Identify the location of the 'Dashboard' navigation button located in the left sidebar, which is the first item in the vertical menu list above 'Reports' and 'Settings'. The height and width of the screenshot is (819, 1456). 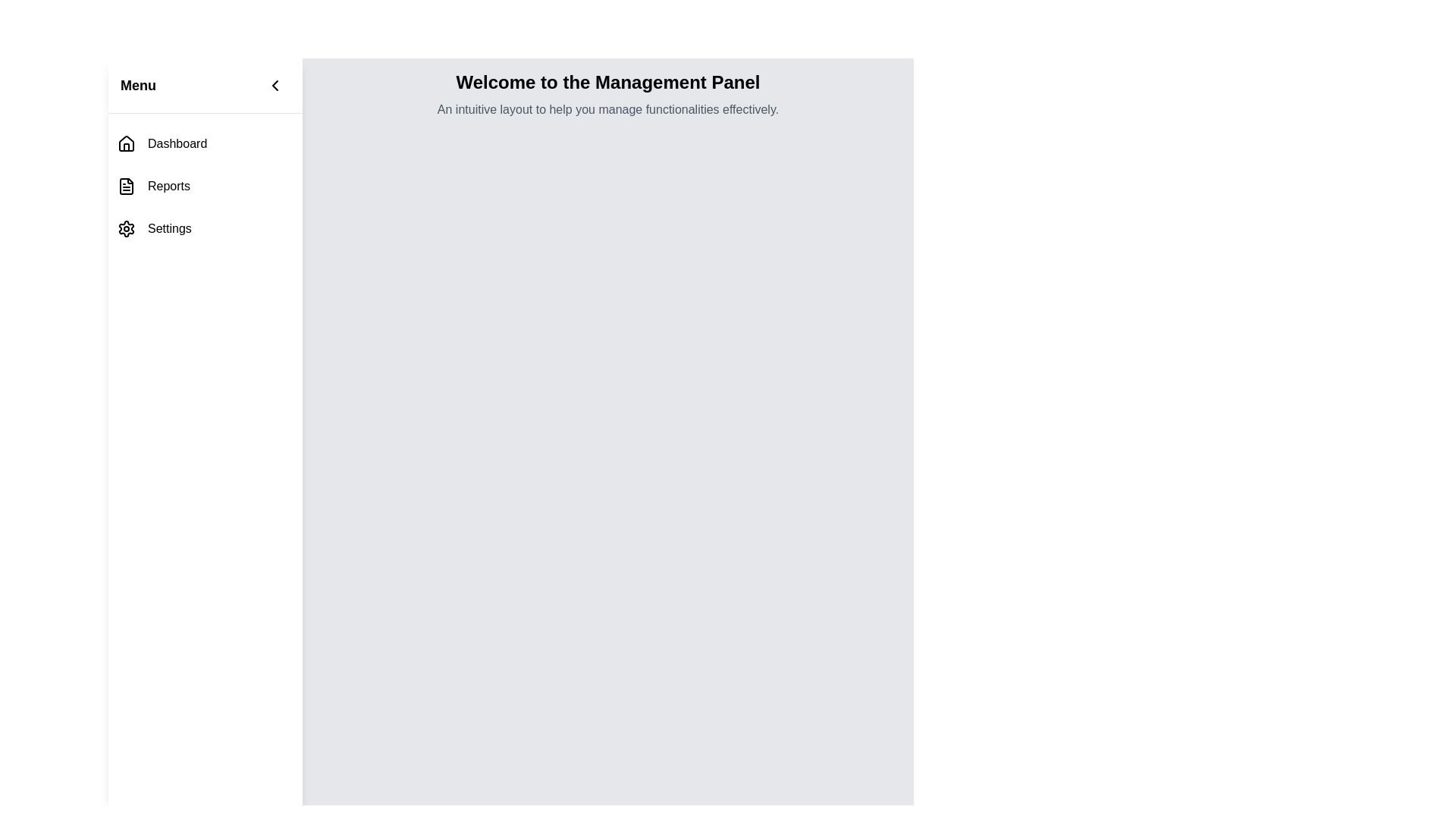
(204, 143).